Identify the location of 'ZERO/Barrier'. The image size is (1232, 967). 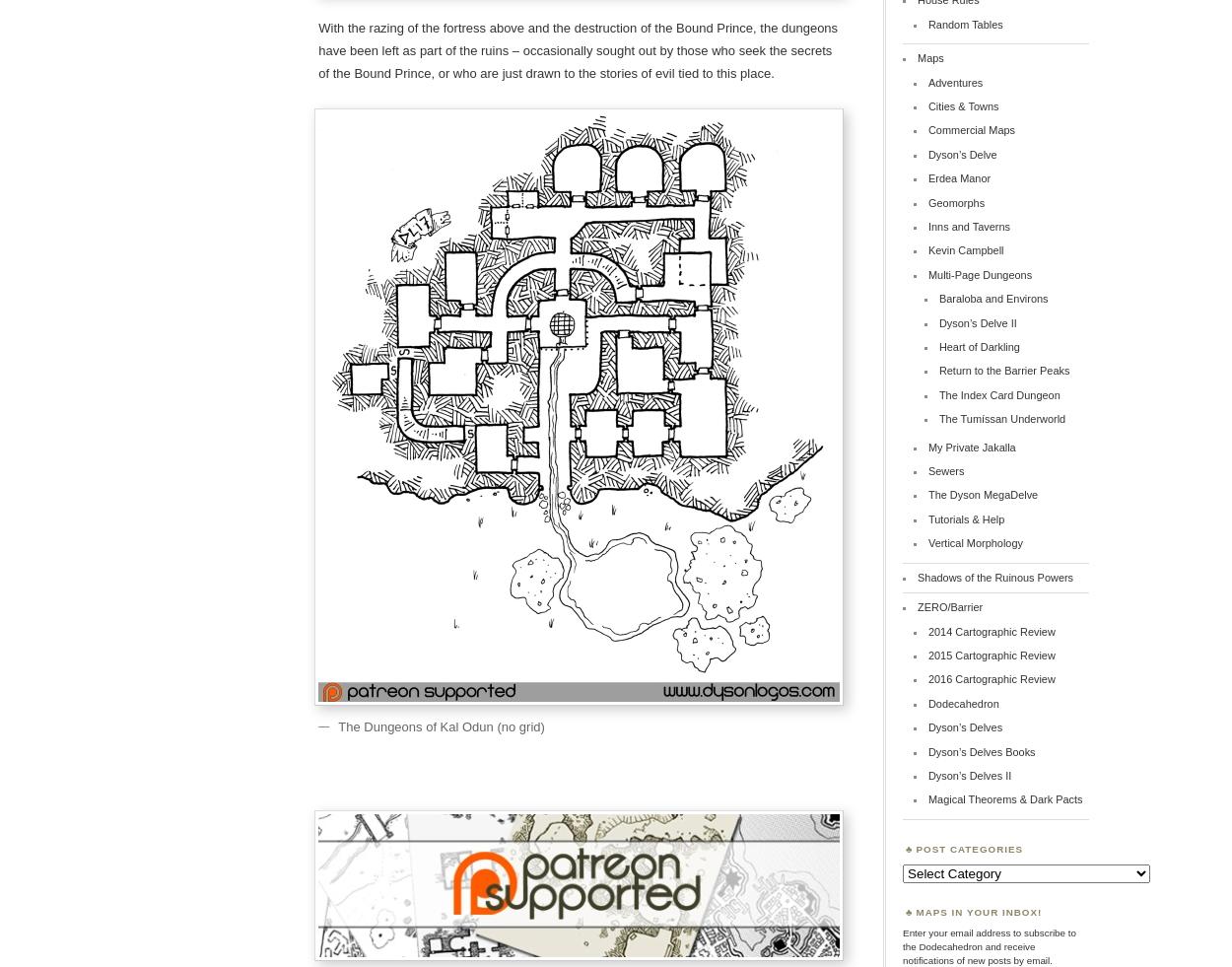
(949, 606).